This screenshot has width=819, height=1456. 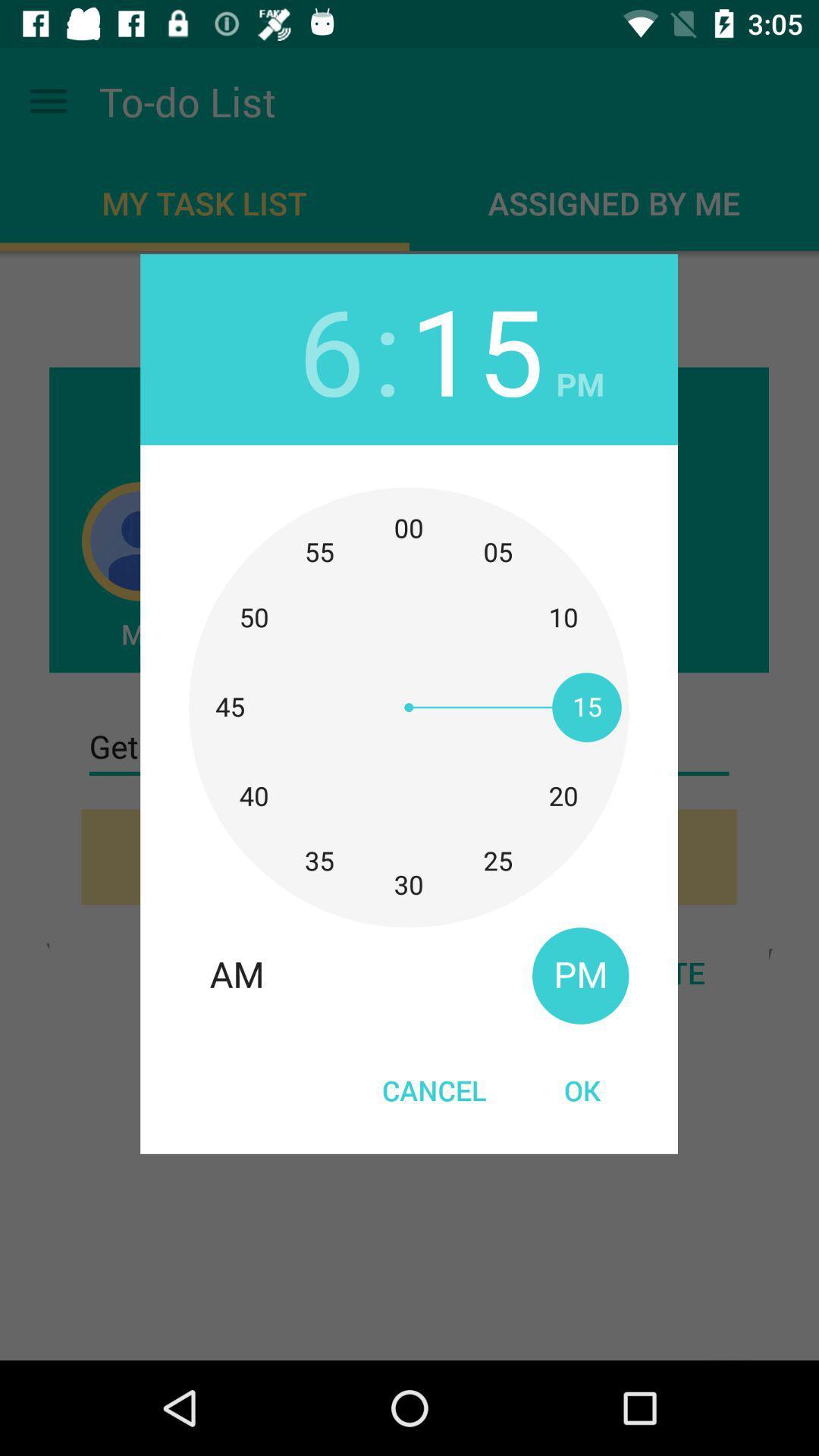 What do you see at coordinates (476, 348) in the screenshot?
I see `15` at bounding box center [476, 348].